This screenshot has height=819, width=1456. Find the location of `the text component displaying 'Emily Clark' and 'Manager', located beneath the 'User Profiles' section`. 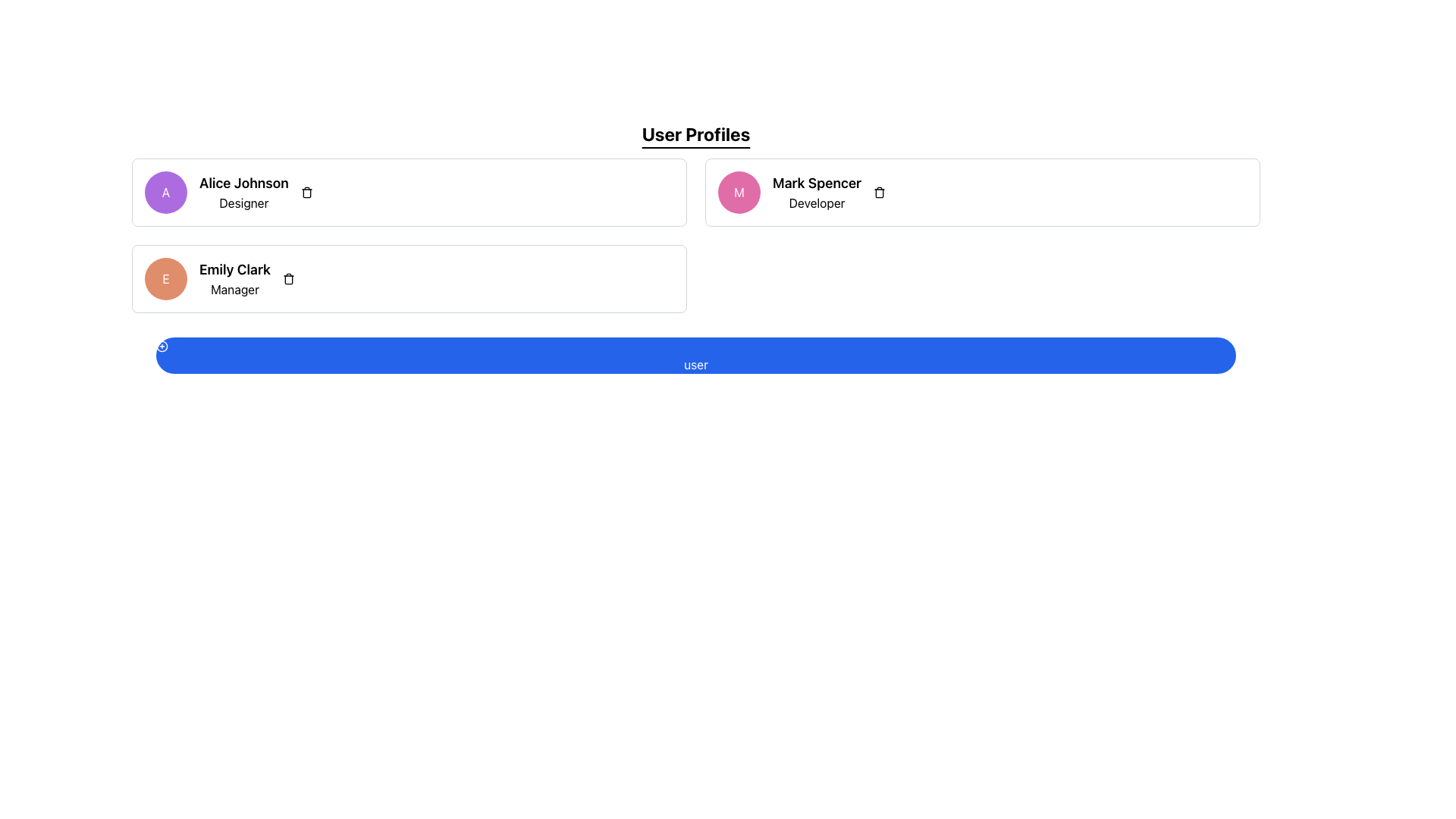

the text component displaying 'Emily Clark' and 'Manager', located beneath the 'User Profiles' section is located at coordinates (234, 278).